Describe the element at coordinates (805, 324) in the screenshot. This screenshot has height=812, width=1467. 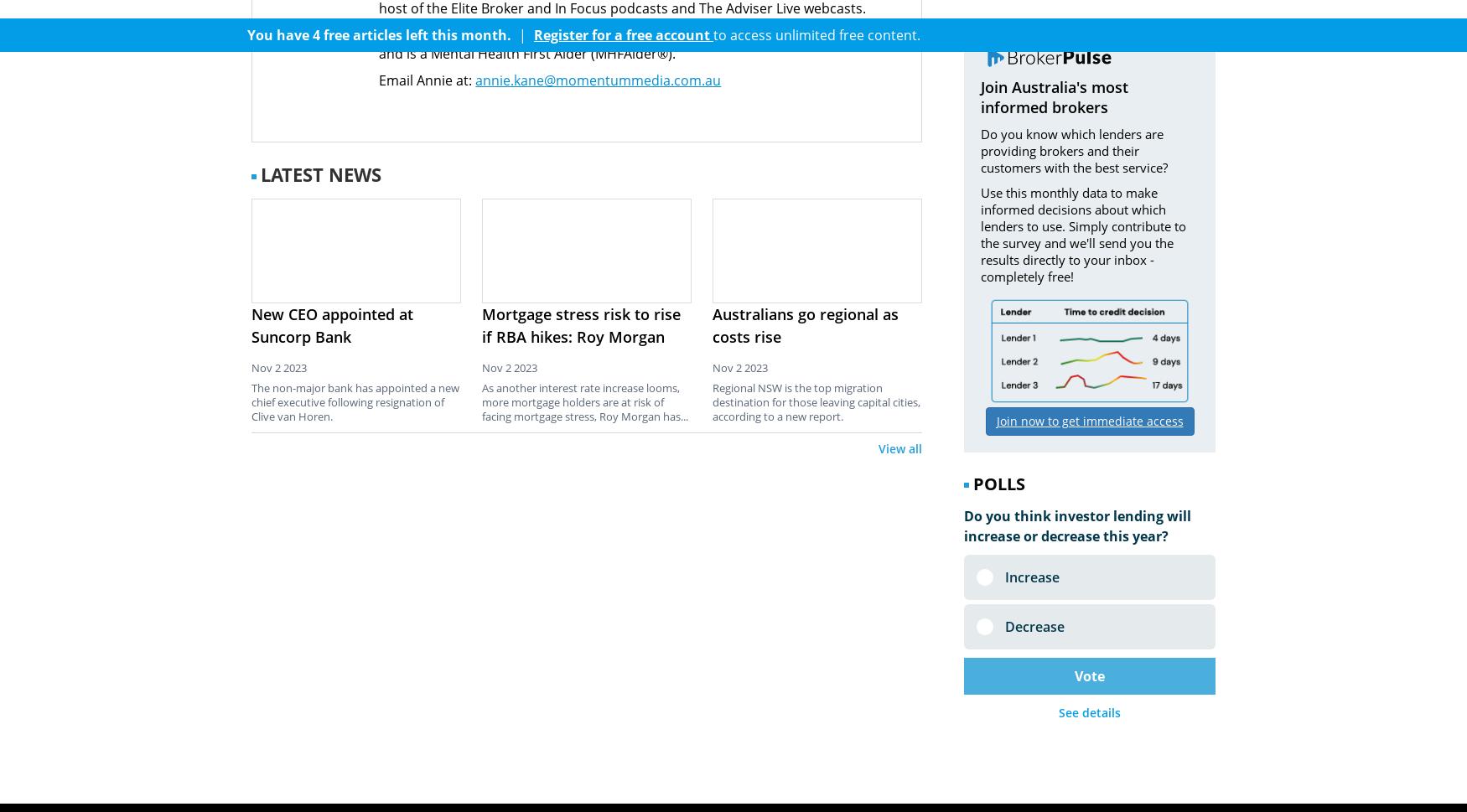
I see `'Australians go regional as costs rise'` at that location.